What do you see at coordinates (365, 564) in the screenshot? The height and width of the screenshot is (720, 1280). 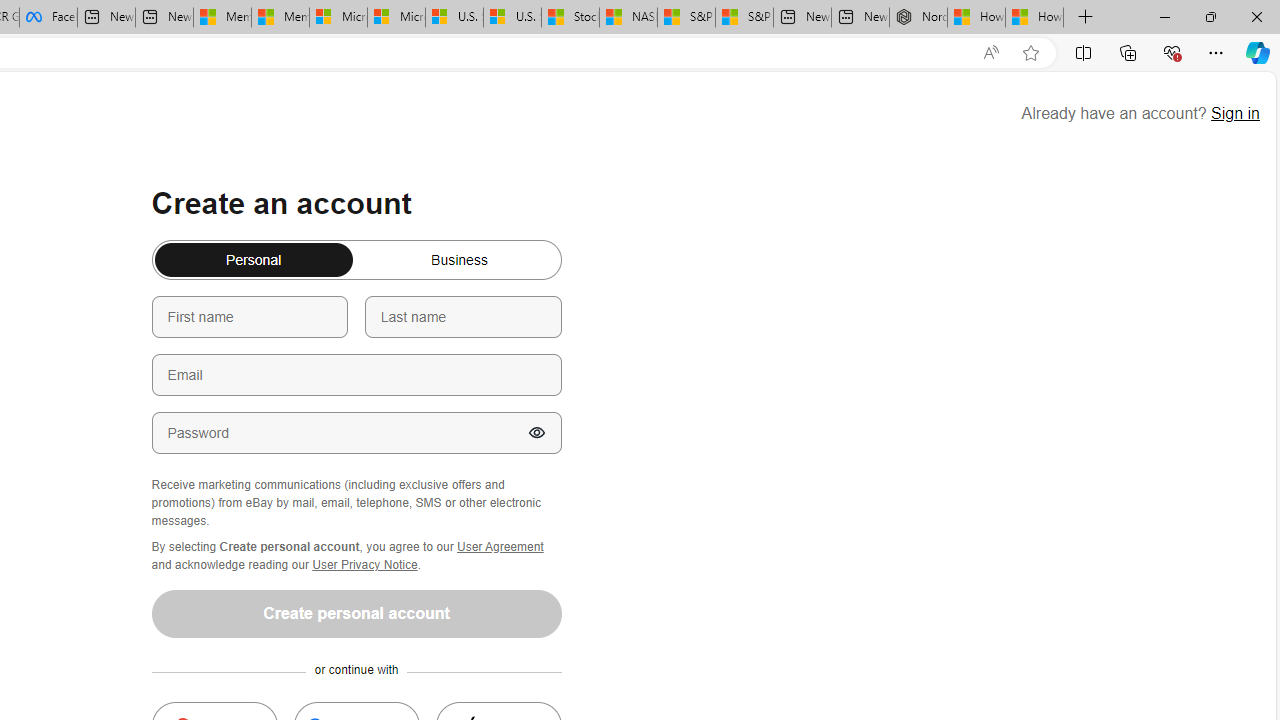 I see `'User Privacy Notice'` at bounding box center [365, 564].